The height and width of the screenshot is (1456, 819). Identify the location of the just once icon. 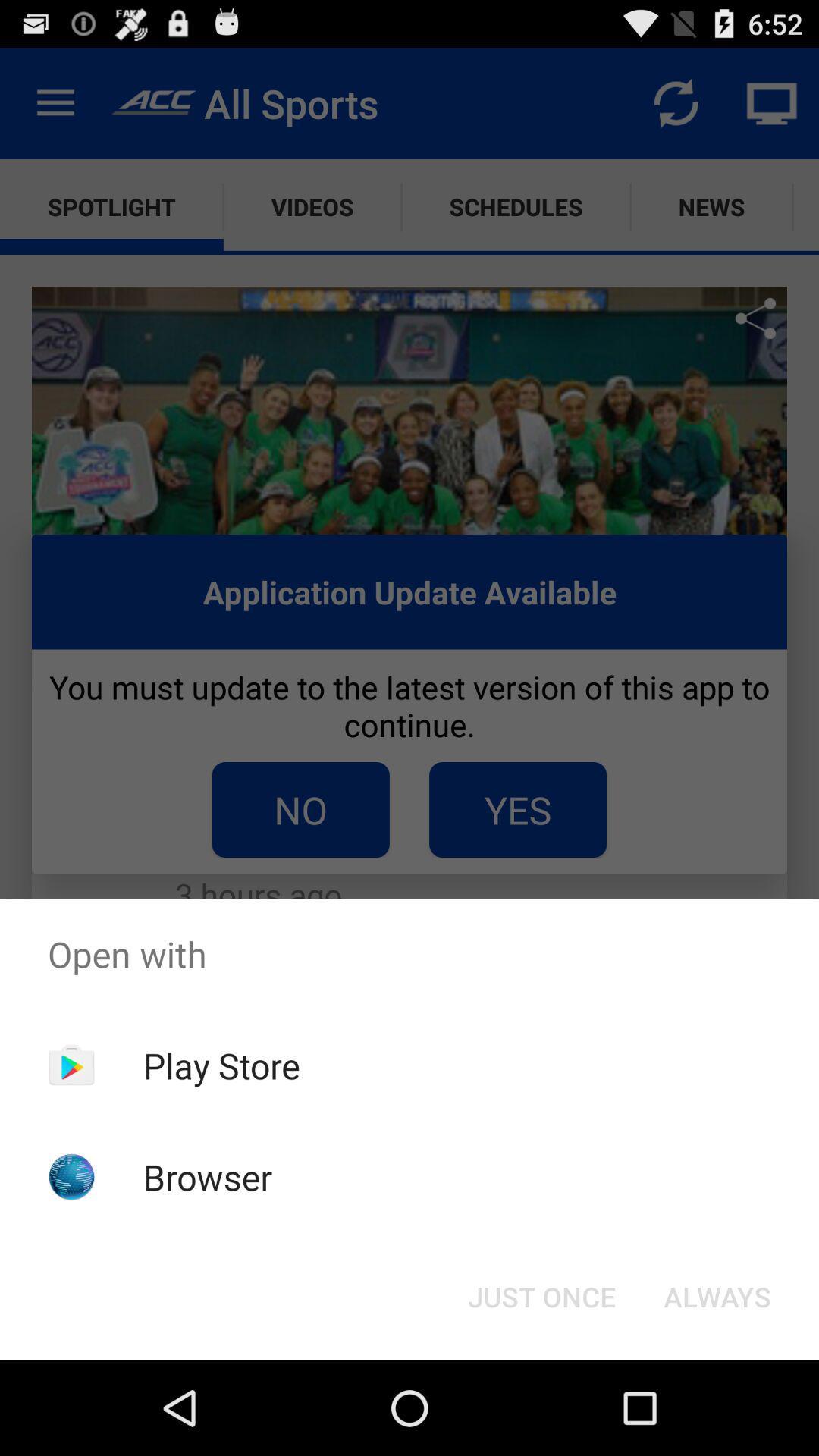
(541, 1295).